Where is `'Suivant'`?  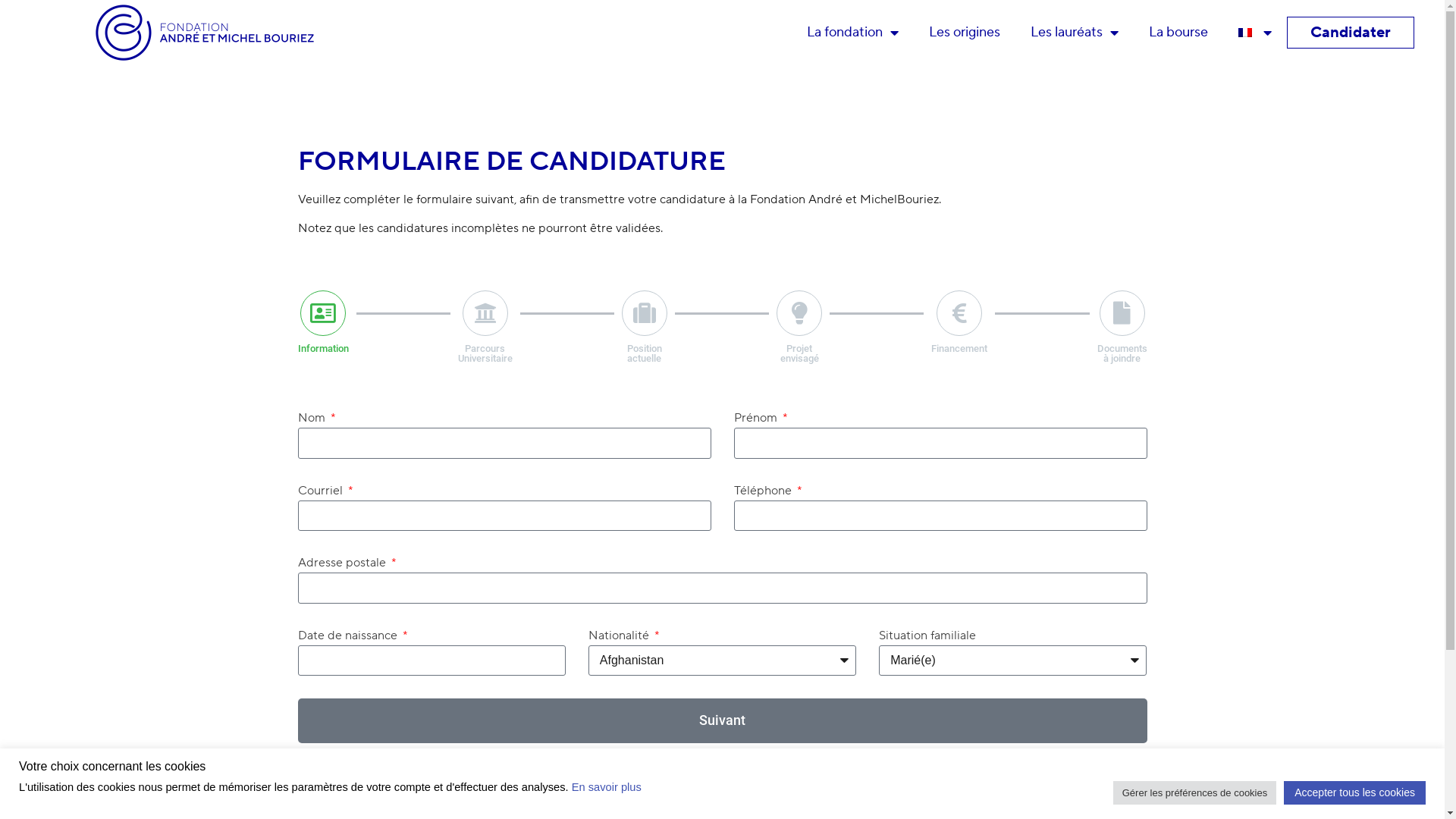 'Suivant' is located at coordinates (720, 720).